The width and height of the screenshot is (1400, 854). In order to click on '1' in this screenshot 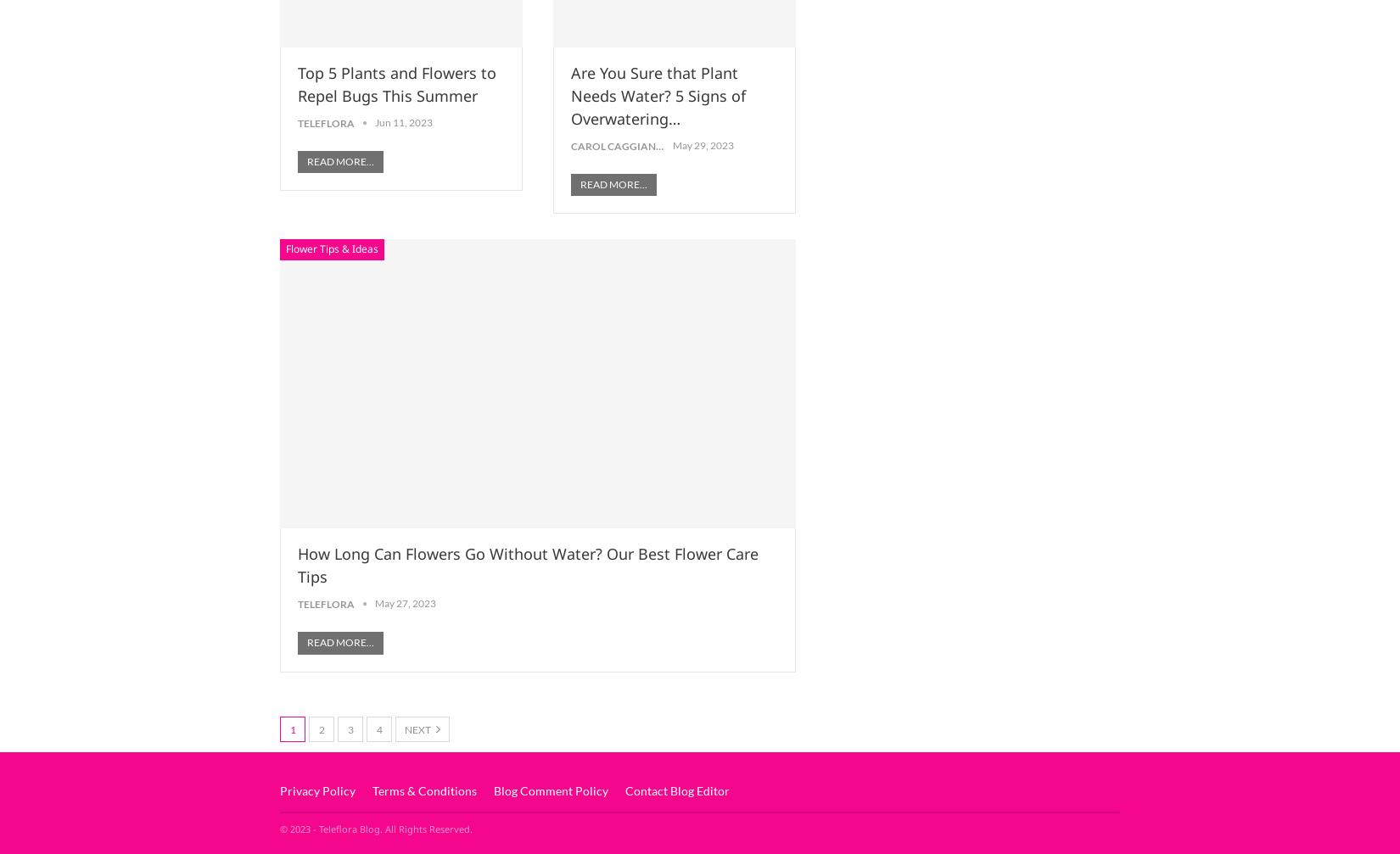, I will do `click(292, 728)`.